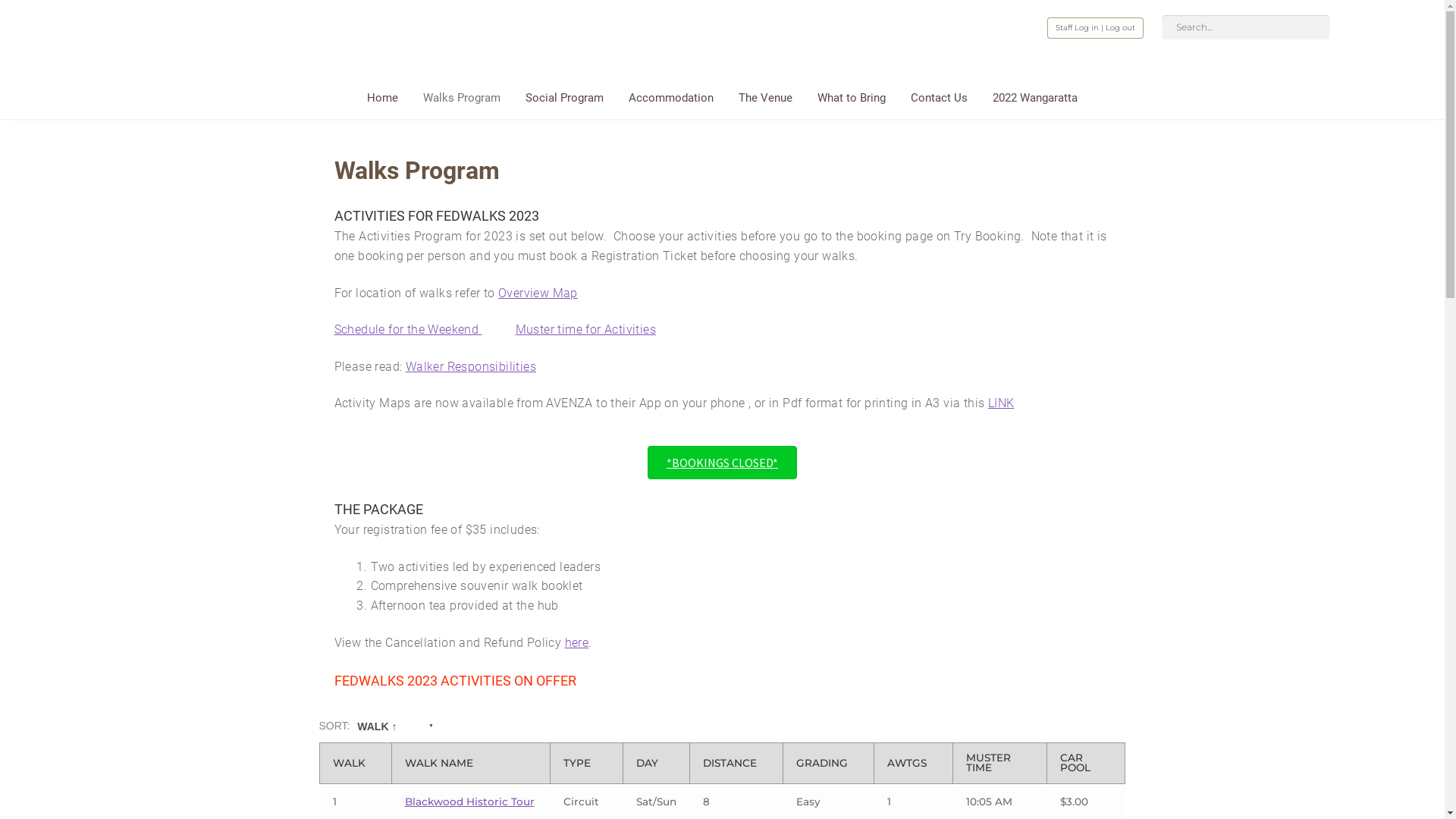 This screenshot has height=819, width=1456. I want to click on 'What to Bring', so click(852, 102).